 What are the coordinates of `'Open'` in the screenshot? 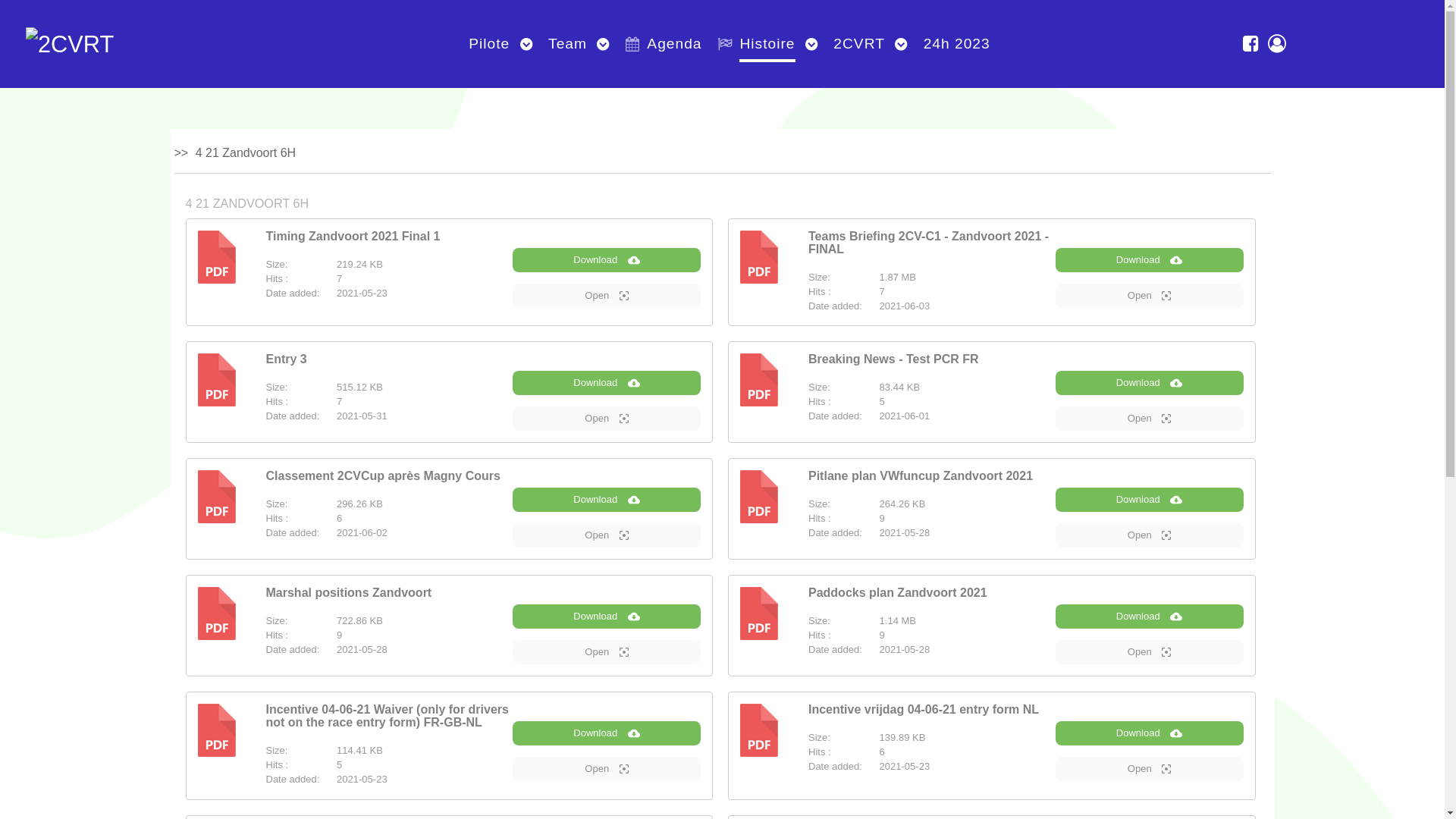 It's located at (1150, 534).